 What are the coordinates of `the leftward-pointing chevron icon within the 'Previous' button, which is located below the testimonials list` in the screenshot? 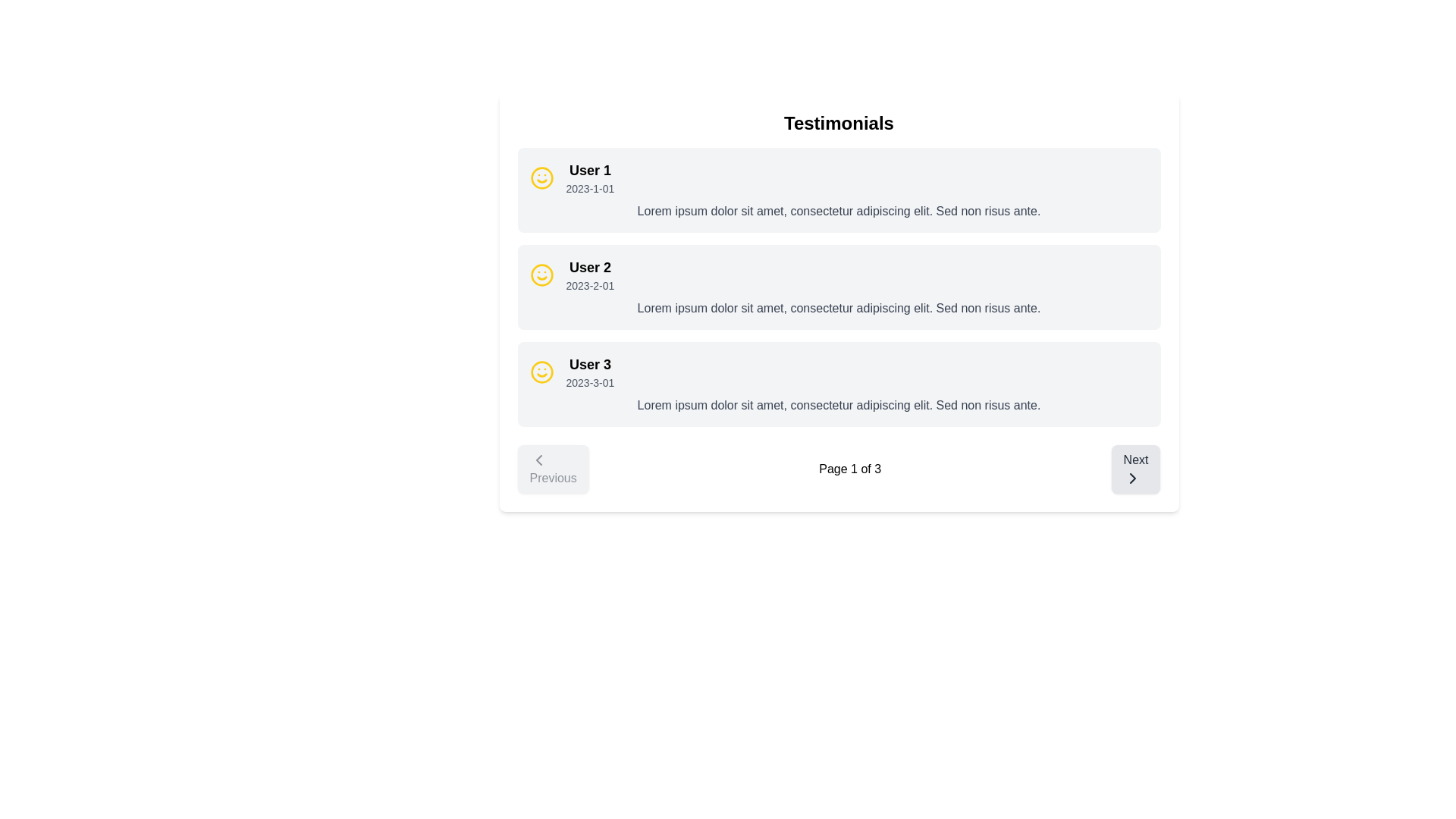 It's located at (538, 459).